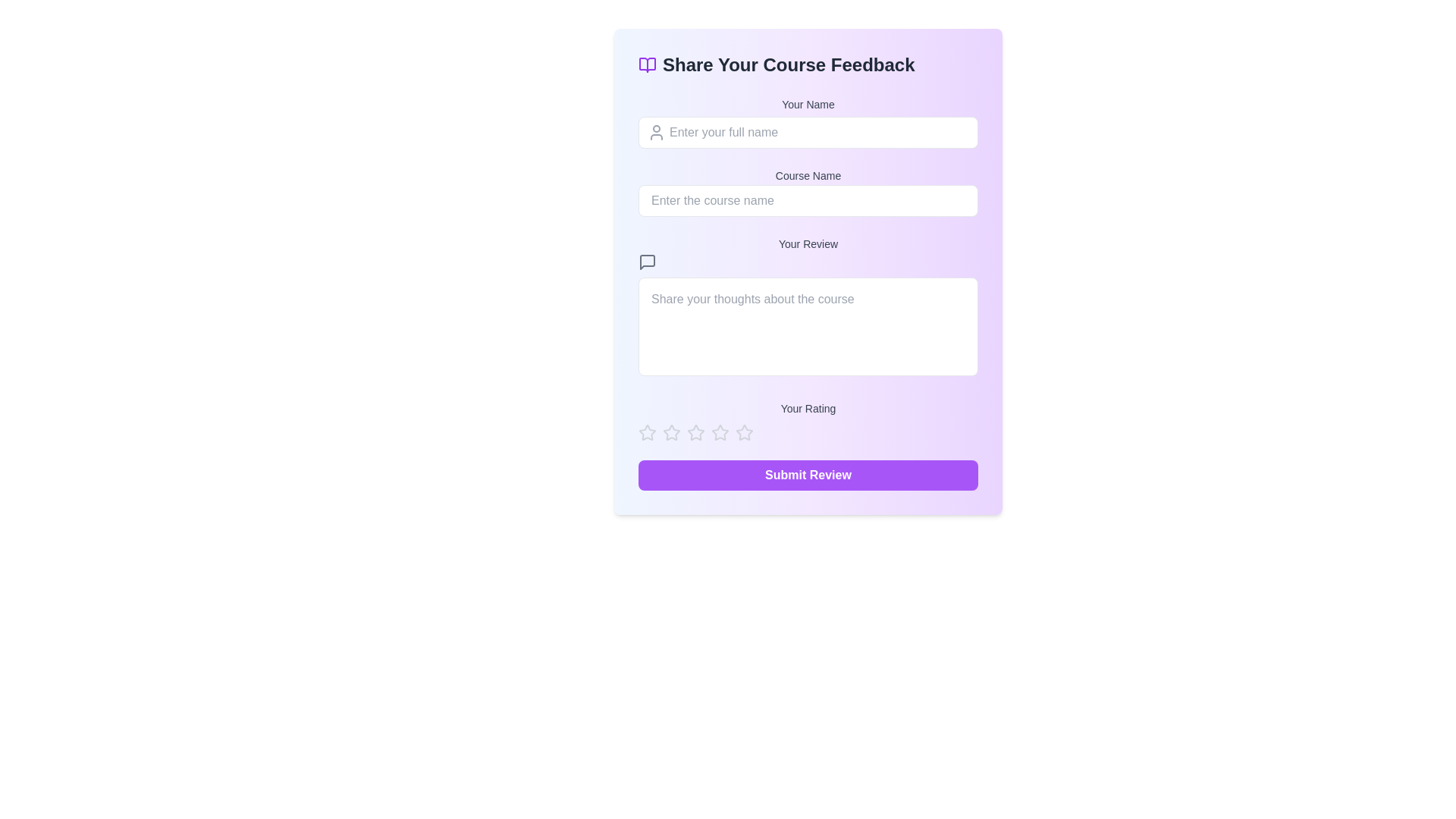  What do you see at coordinates (648, 432) in the screenshot?
I see `the first star-shaped rating icon in the 'Your Rating' section` at bounding box center [648, 432].